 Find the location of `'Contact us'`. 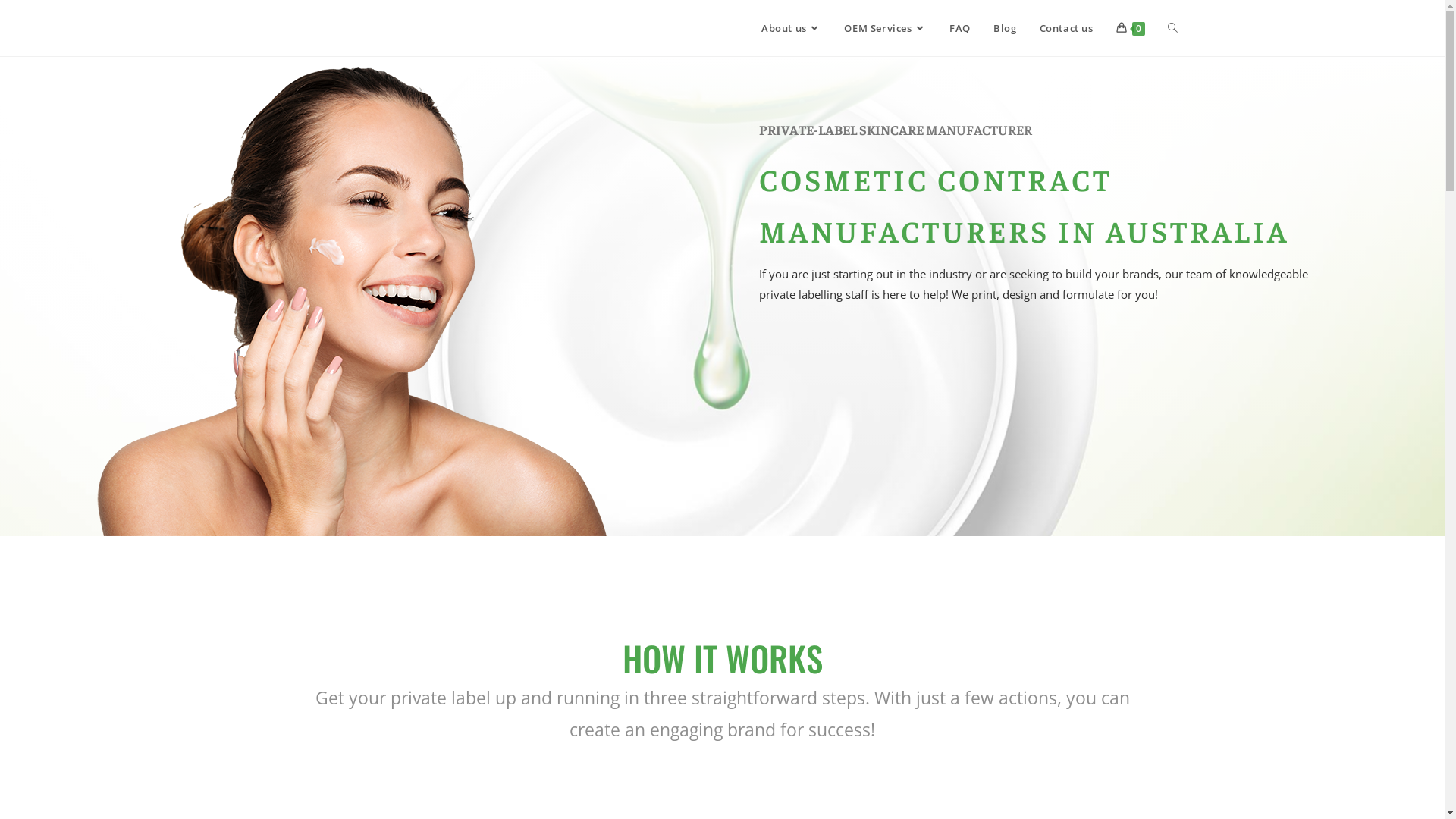

'Contact us' is located at coordinates (1065, 28).